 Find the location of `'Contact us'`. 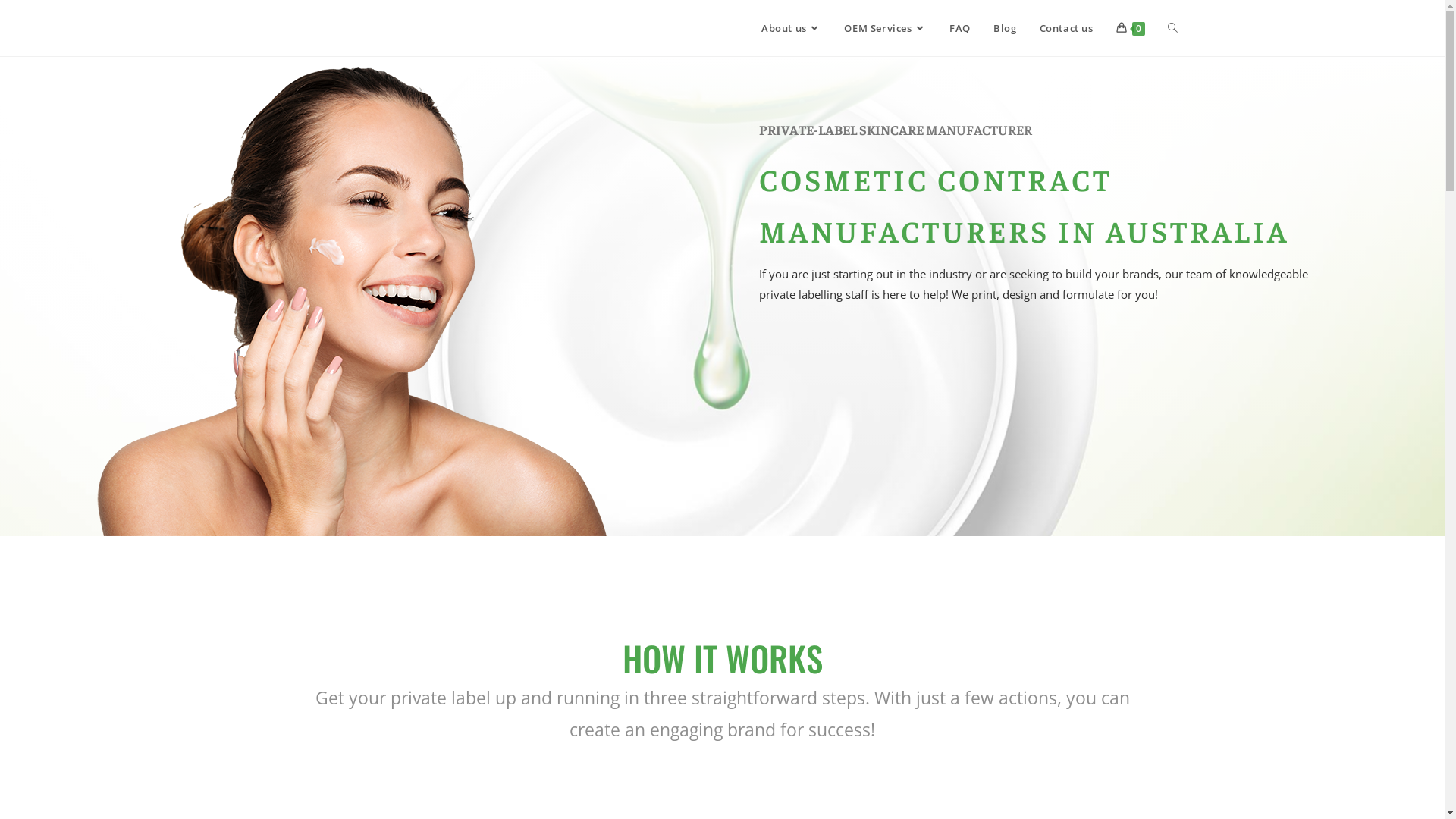

'Contact us' is located at coordinates (1065, 28).